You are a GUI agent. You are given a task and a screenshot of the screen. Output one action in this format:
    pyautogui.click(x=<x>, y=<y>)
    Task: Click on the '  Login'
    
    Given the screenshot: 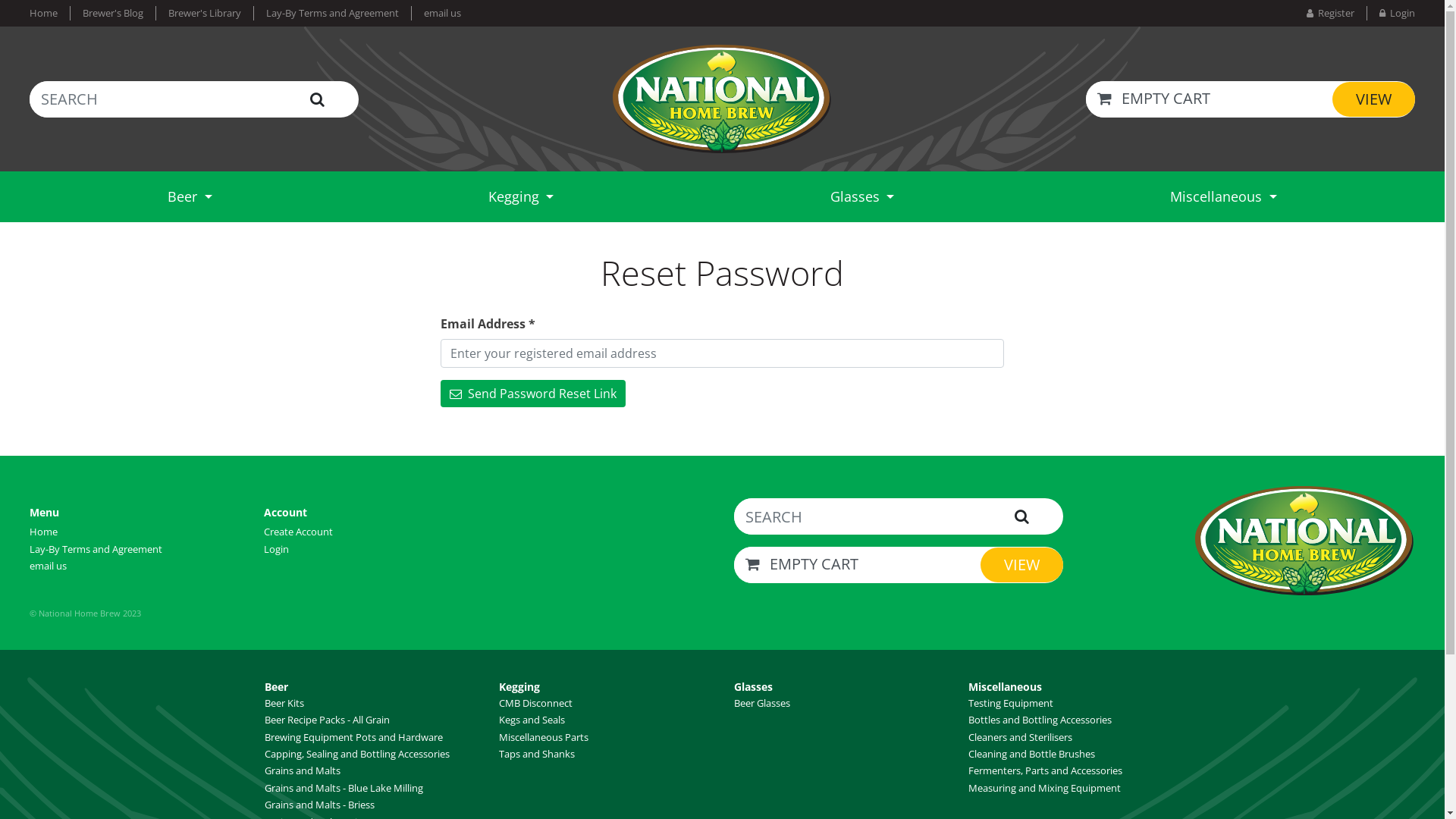 What is the action you would take?
    pyautogui.click(x=1390, y=13)
    